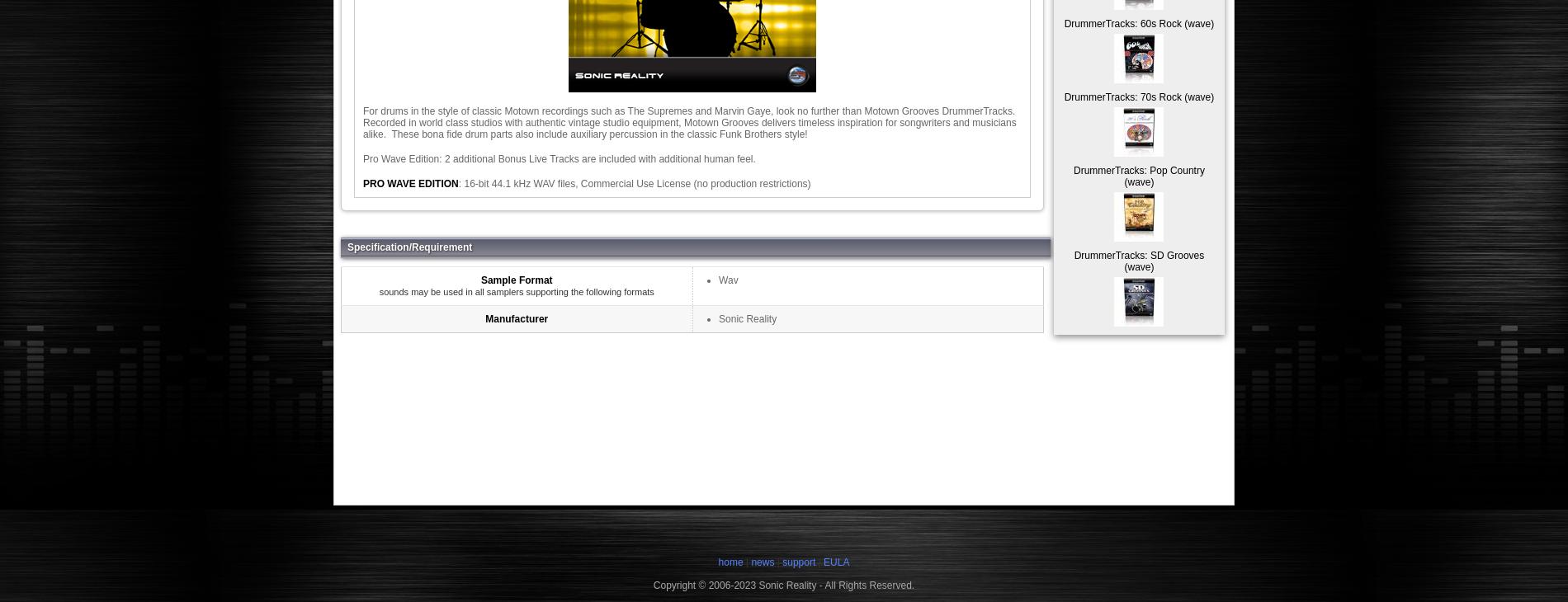  I want to click on 'DrummerTracks: Pop Country (wave)', so click(1072, 176).